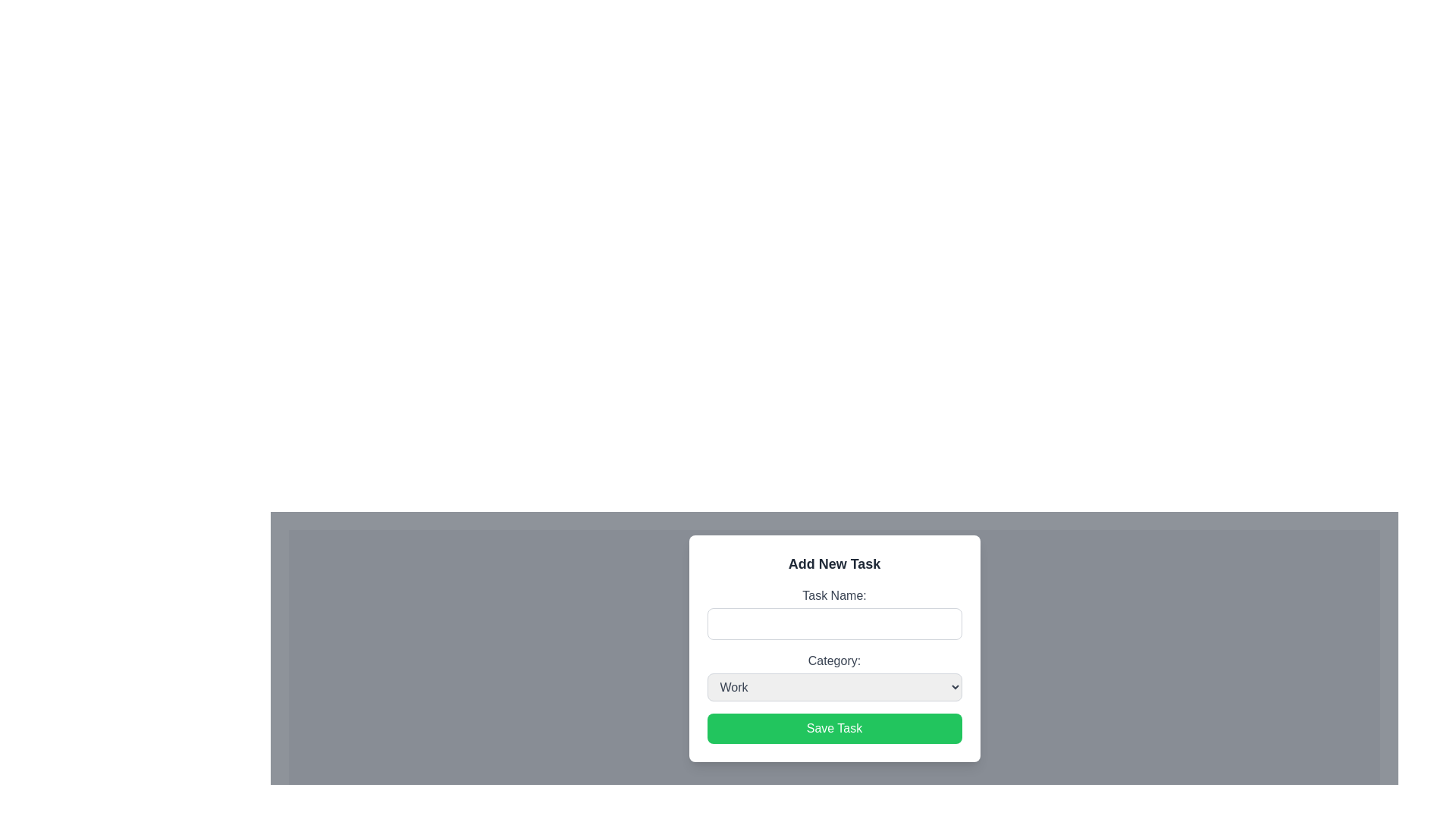 The height and width of the screenshot is (819, 1456). I want to click on the input field labeled 'Task Name:' to focus on it within the 'Add New Task' dialog box, so click(833, 612).